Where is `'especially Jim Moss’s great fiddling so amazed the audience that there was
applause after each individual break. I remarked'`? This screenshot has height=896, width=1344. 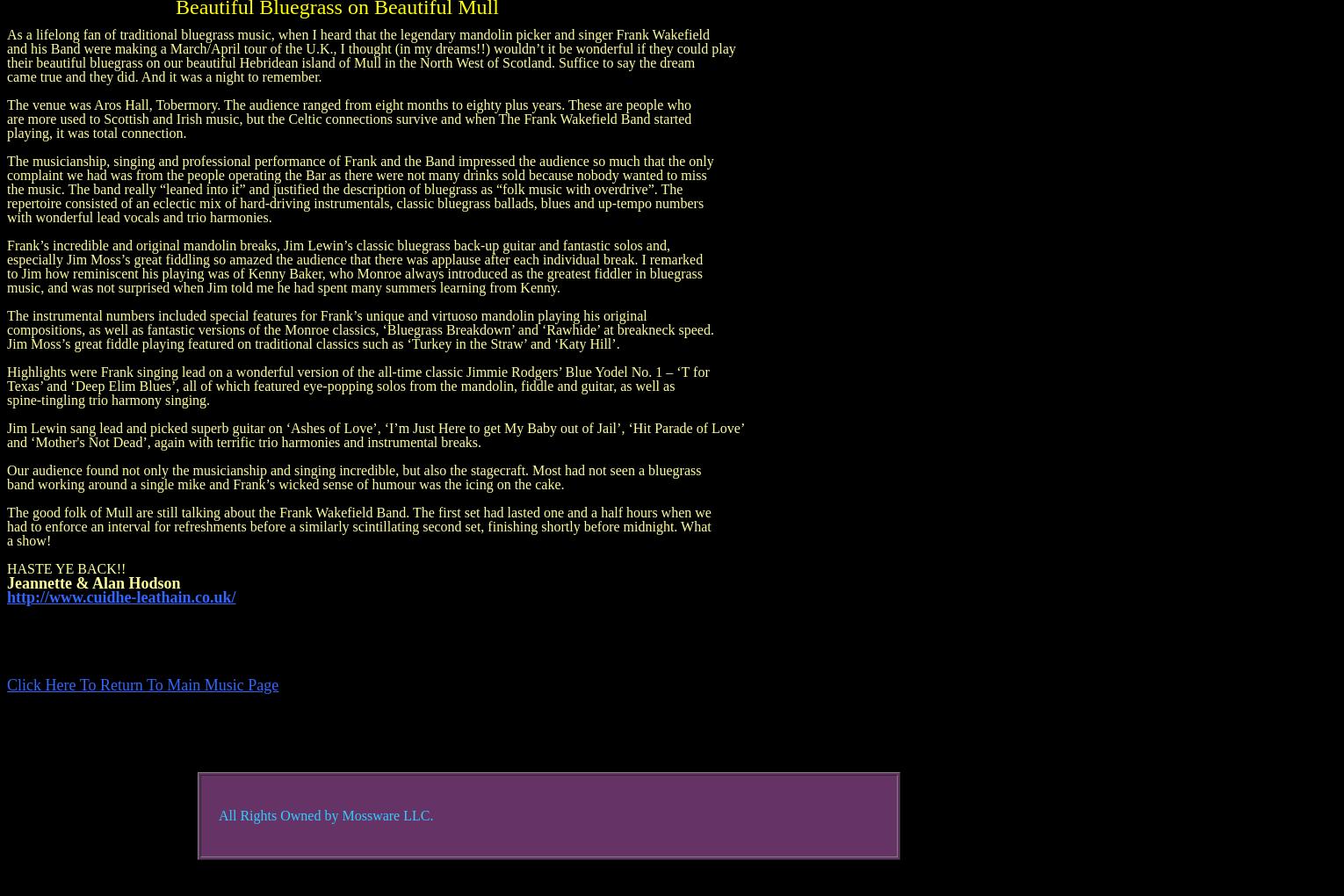
'especially Jim Moss’s great fiddling so amazed the audience that there was
applause after each individual break. I remarked' is located at coordinates (354, 258).